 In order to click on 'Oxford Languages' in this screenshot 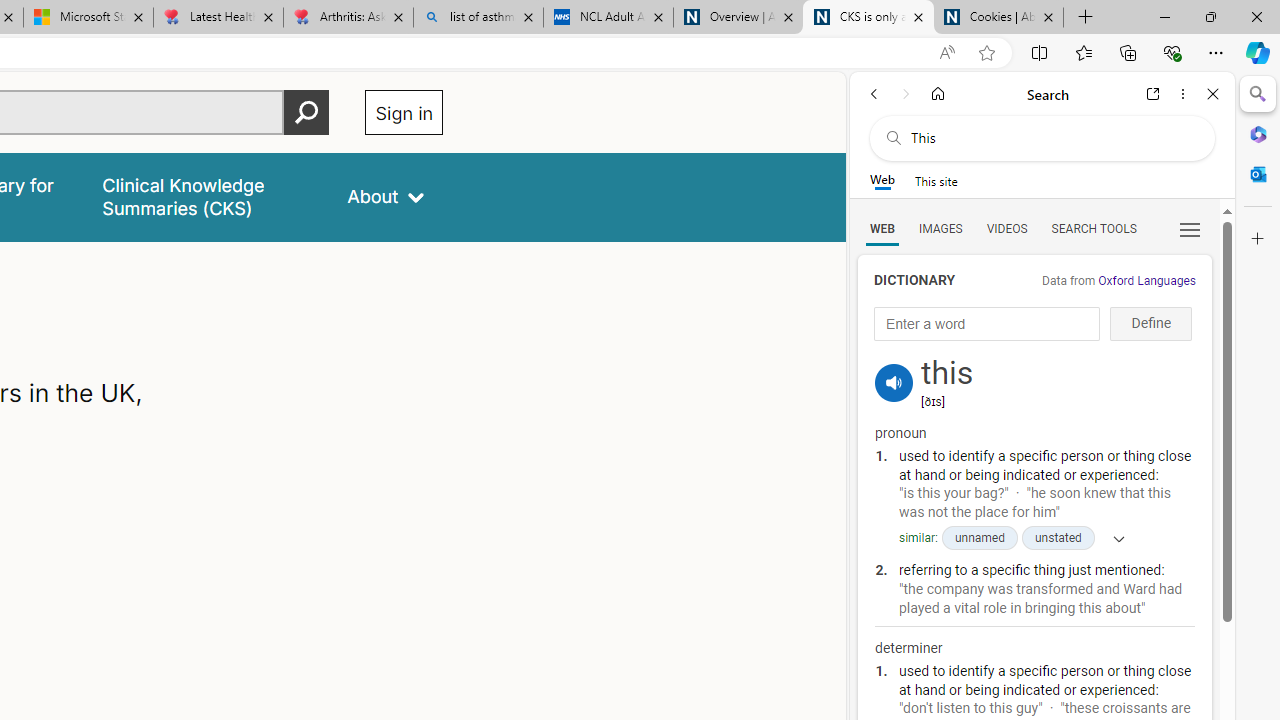, I will do `click(1146, 281)`.